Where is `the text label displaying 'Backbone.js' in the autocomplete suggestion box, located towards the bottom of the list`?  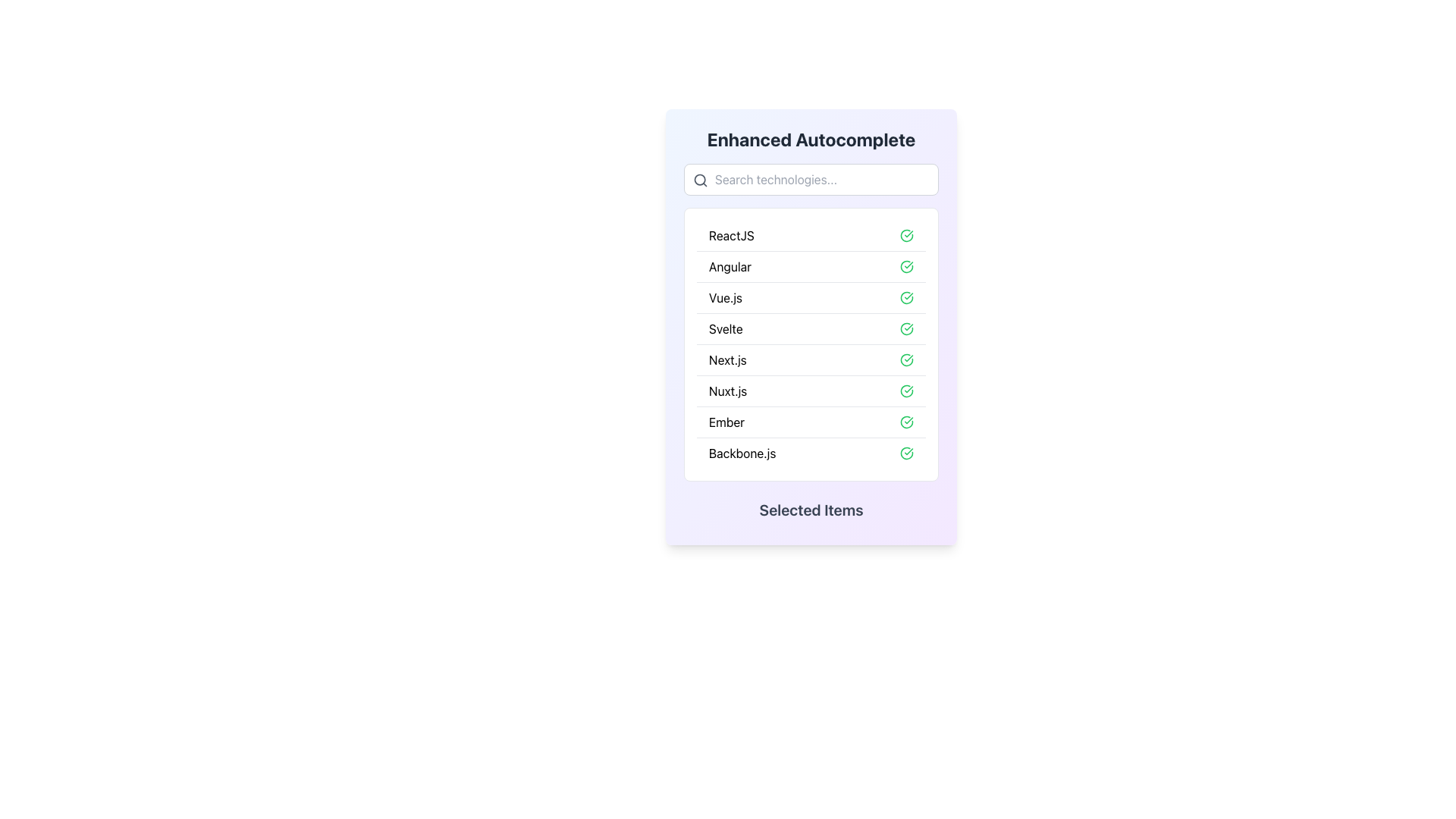
the text label displaying 'Backbone.js' in the autocomplete suggestion box, located towards the bottom of the list is located at coordinates (742, 452).